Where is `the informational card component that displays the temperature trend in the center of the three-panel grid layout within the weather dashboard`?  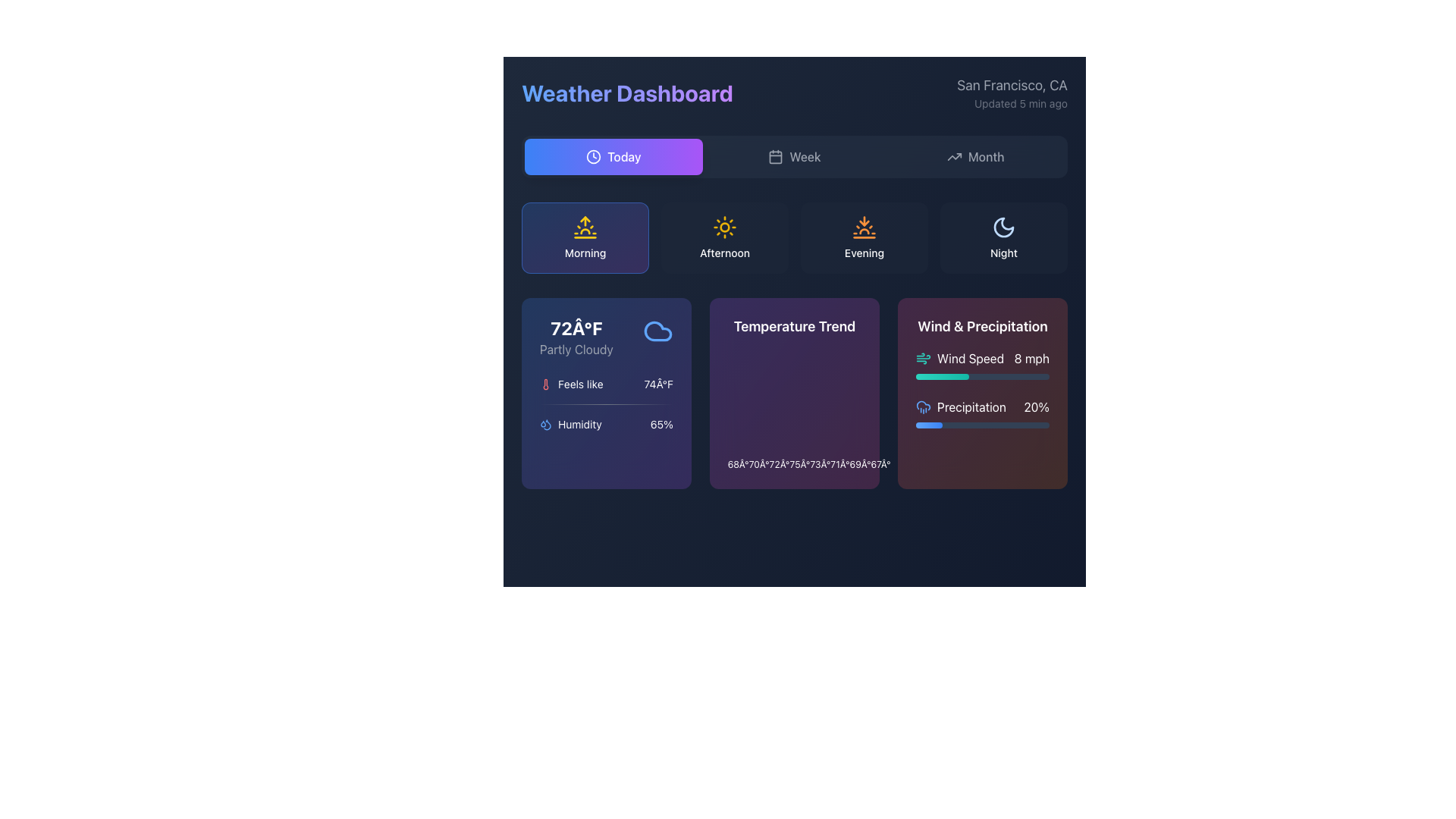
the informational card component that displays the temperature trend in the center of the three-panel grid layout within the weather dashboard is located at coordinates (793, 393).